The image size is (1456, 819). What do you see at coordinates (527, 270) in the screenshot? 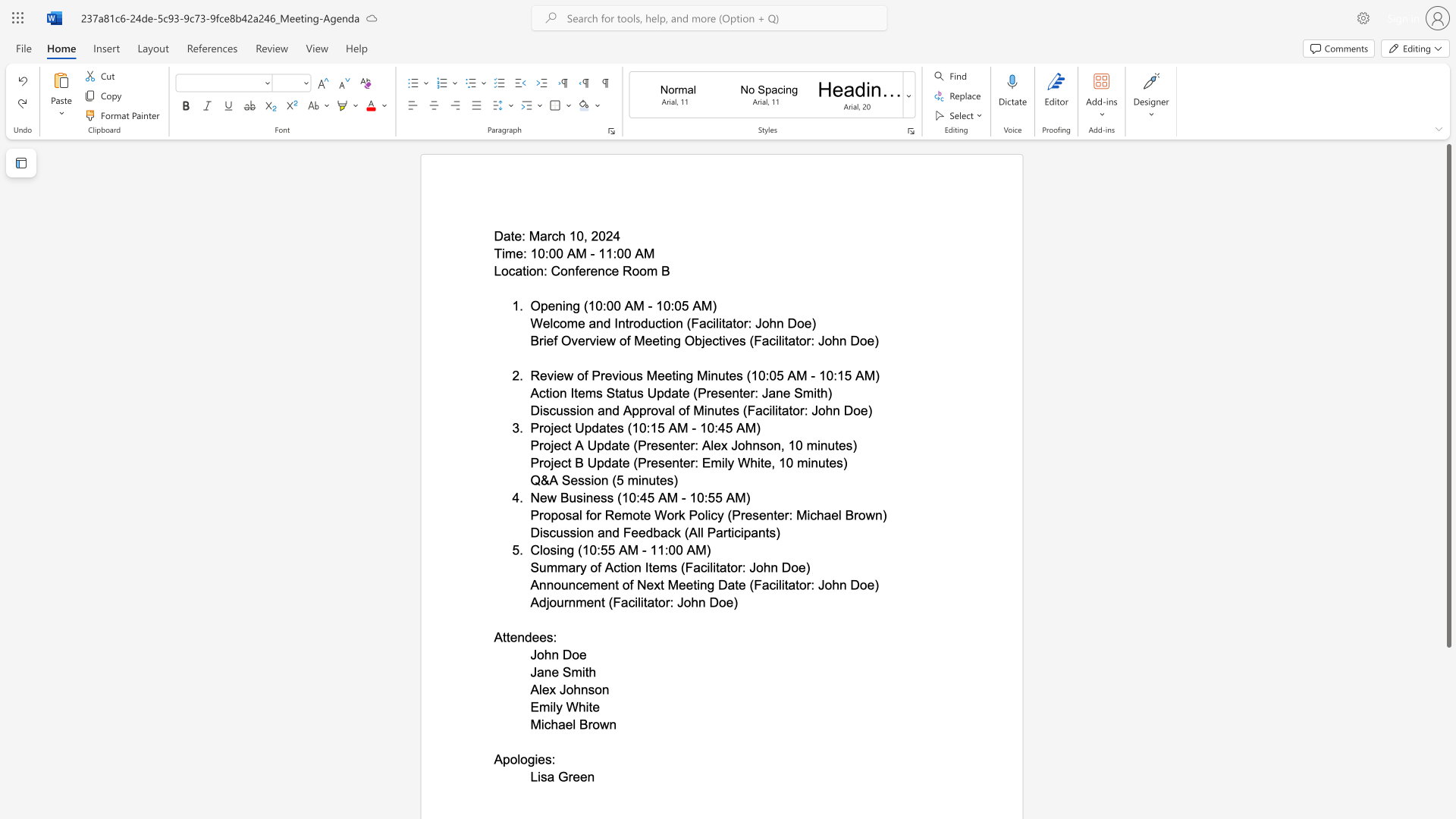
I see `the 1th character "i" in the text` at bounding box center [527, 270].